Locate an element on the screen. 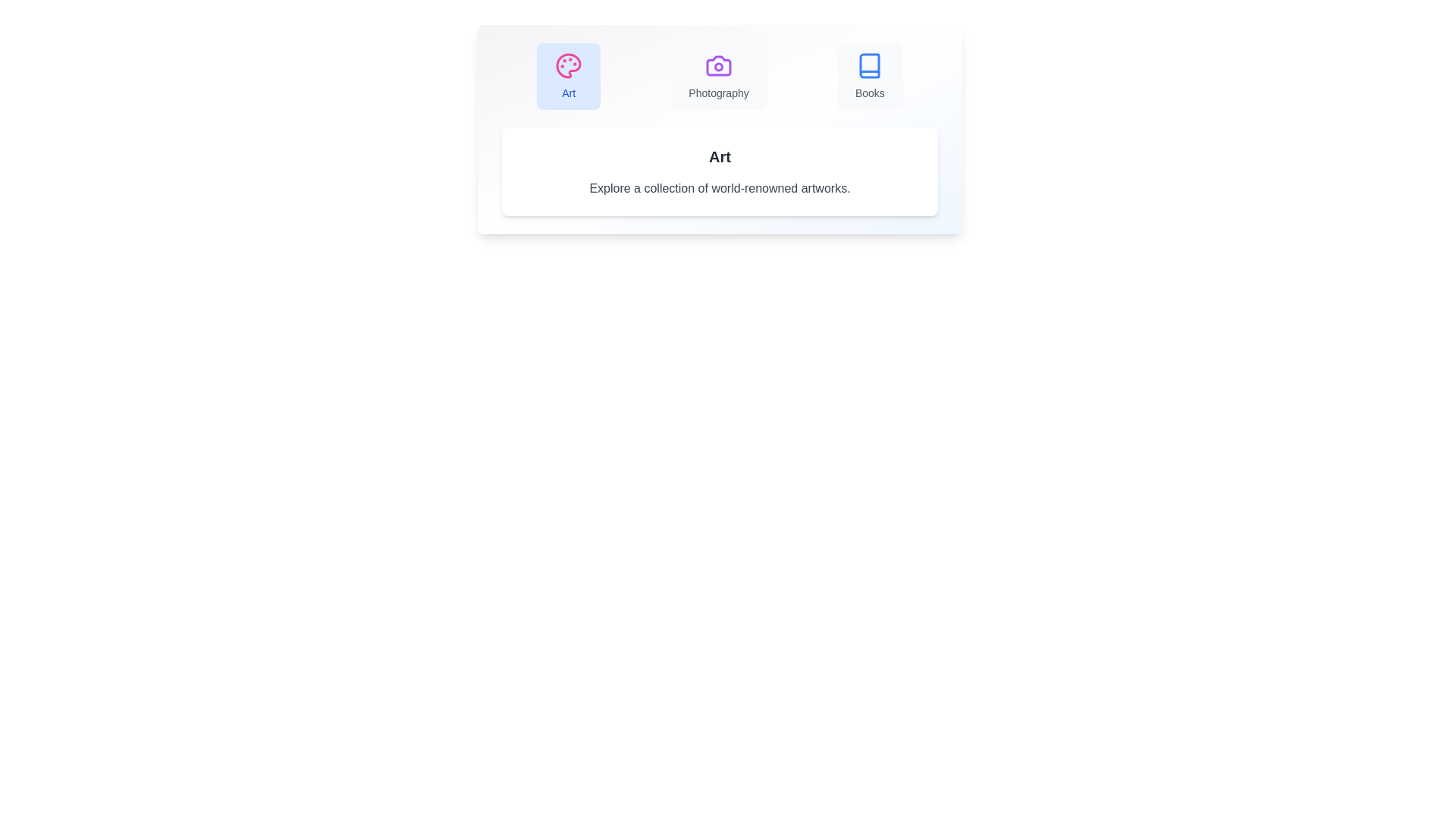 The image size is (1456, 819). the Books tab by clicking on it is located at coordinates (870, 76).